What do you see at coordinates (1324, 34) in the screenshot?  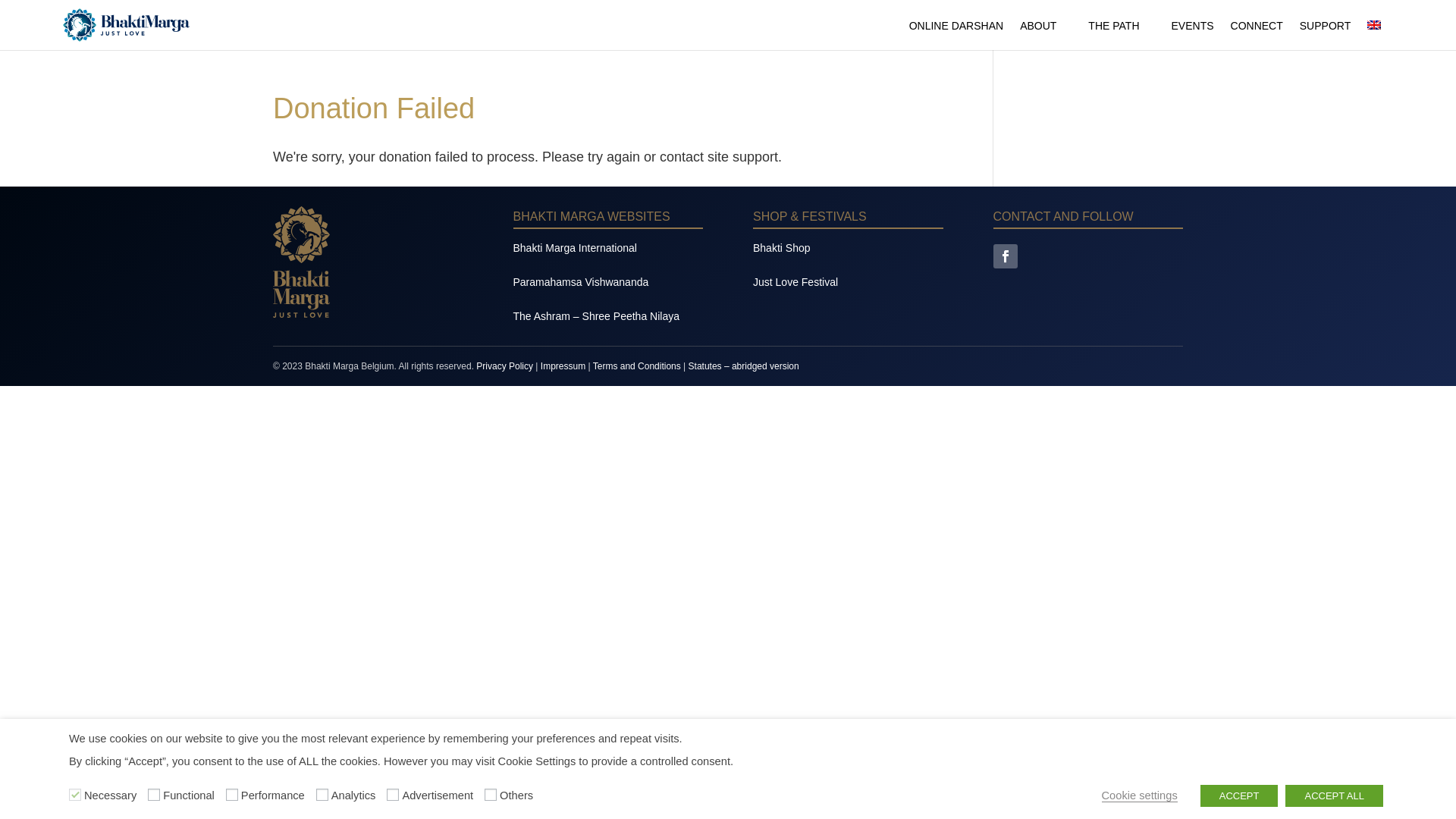 I see `'SUPPORT'` at bounding box center [1324, 34].